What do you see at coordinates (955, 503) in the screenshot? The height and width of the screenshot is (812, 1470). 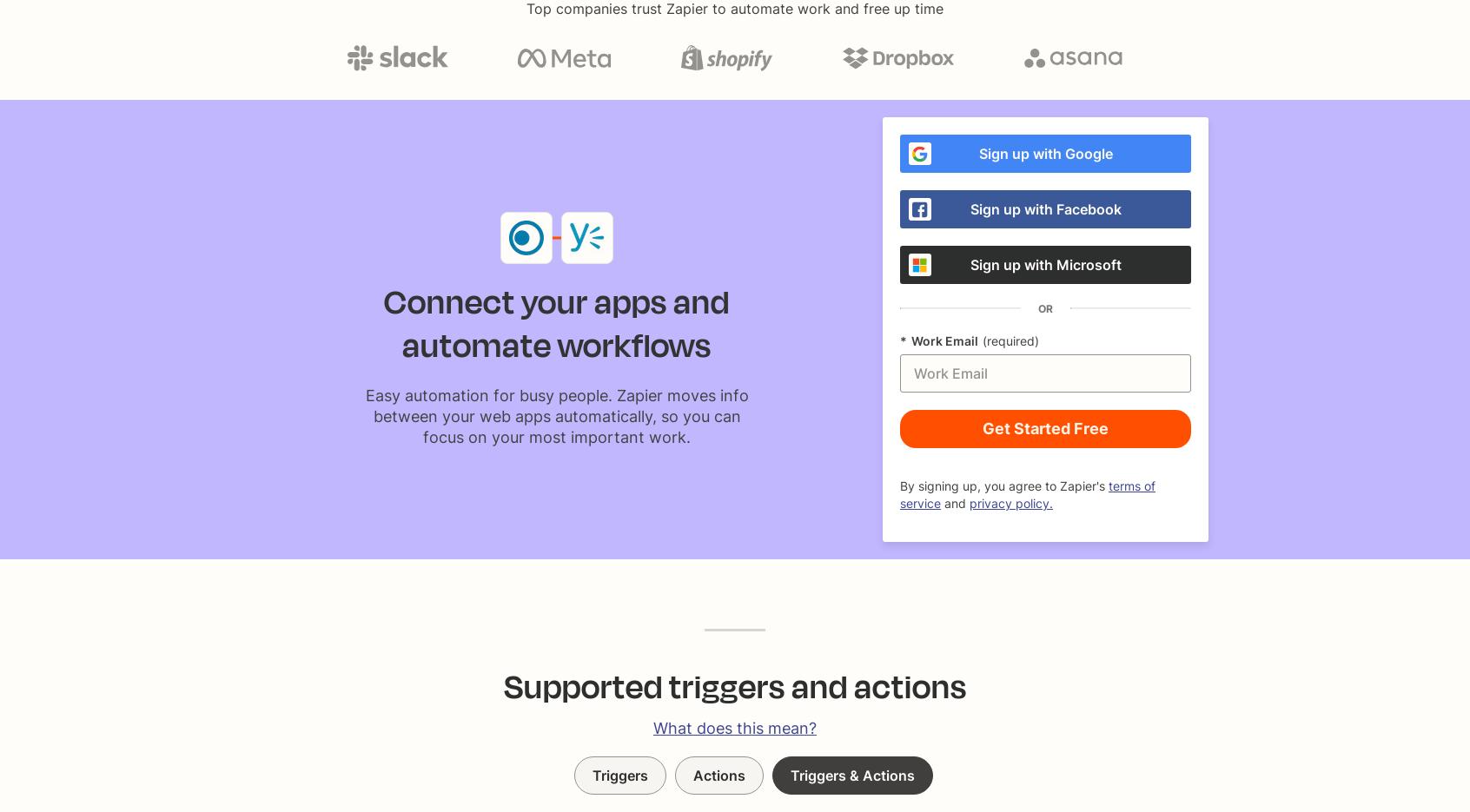 I see `'and'` at bounding box center [955, 503].